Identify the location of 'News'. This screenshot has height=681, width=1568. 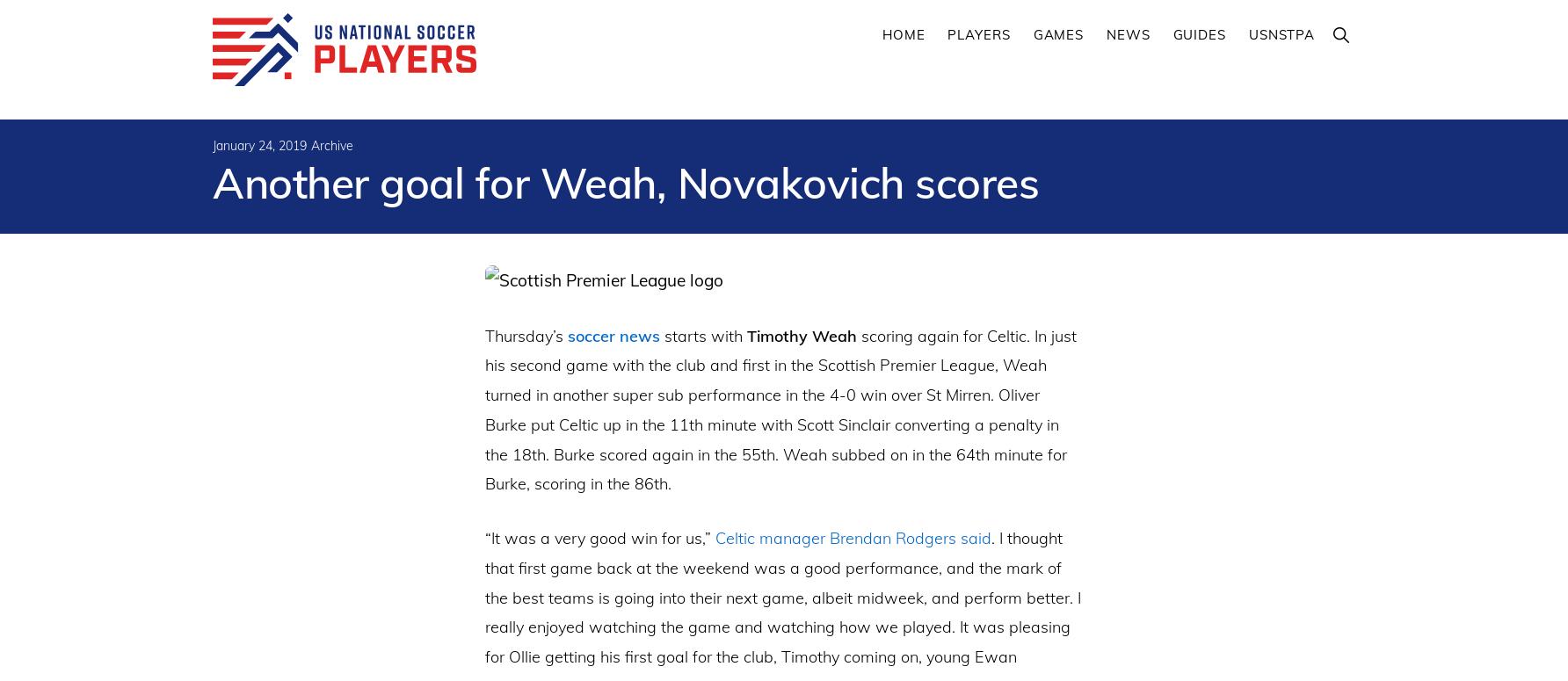
(1127, 34).